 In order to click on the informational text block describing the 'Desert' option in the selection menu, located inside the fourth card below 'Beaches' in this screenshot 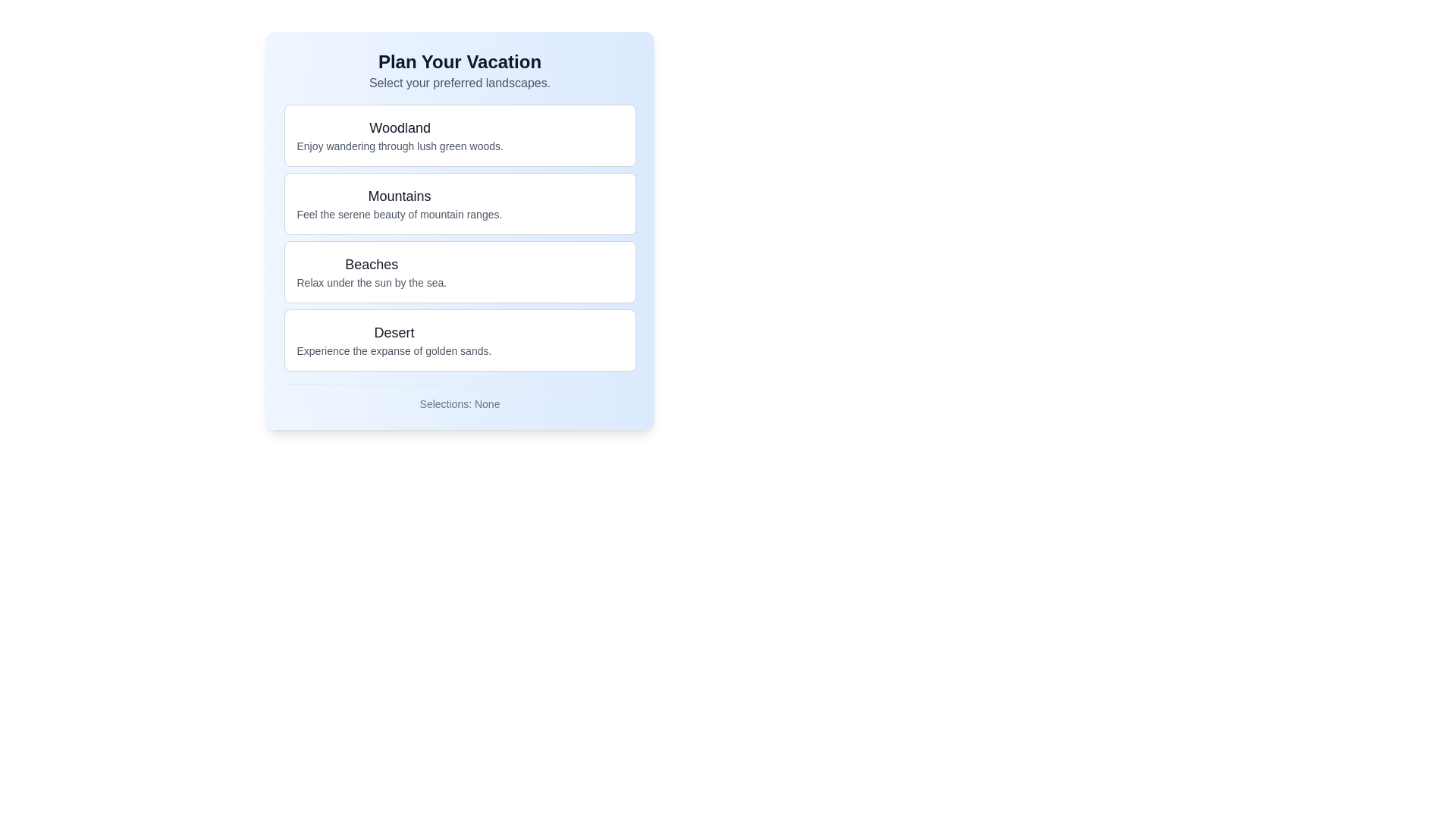, I will do `click(394, 339)`.